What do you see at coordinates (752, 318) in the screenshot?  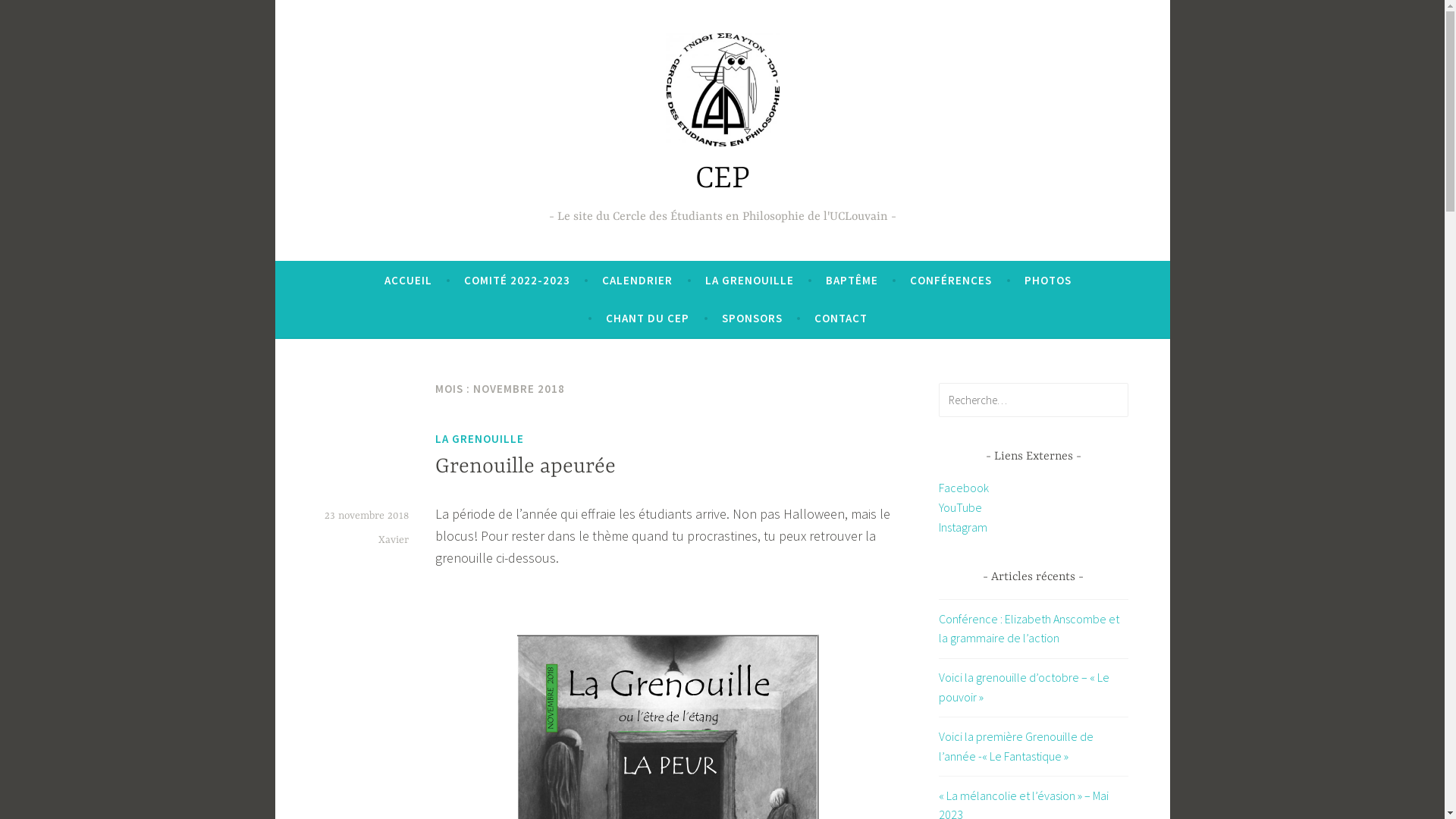 I see `'SPONSORS'` at bounding box center [752, 318].